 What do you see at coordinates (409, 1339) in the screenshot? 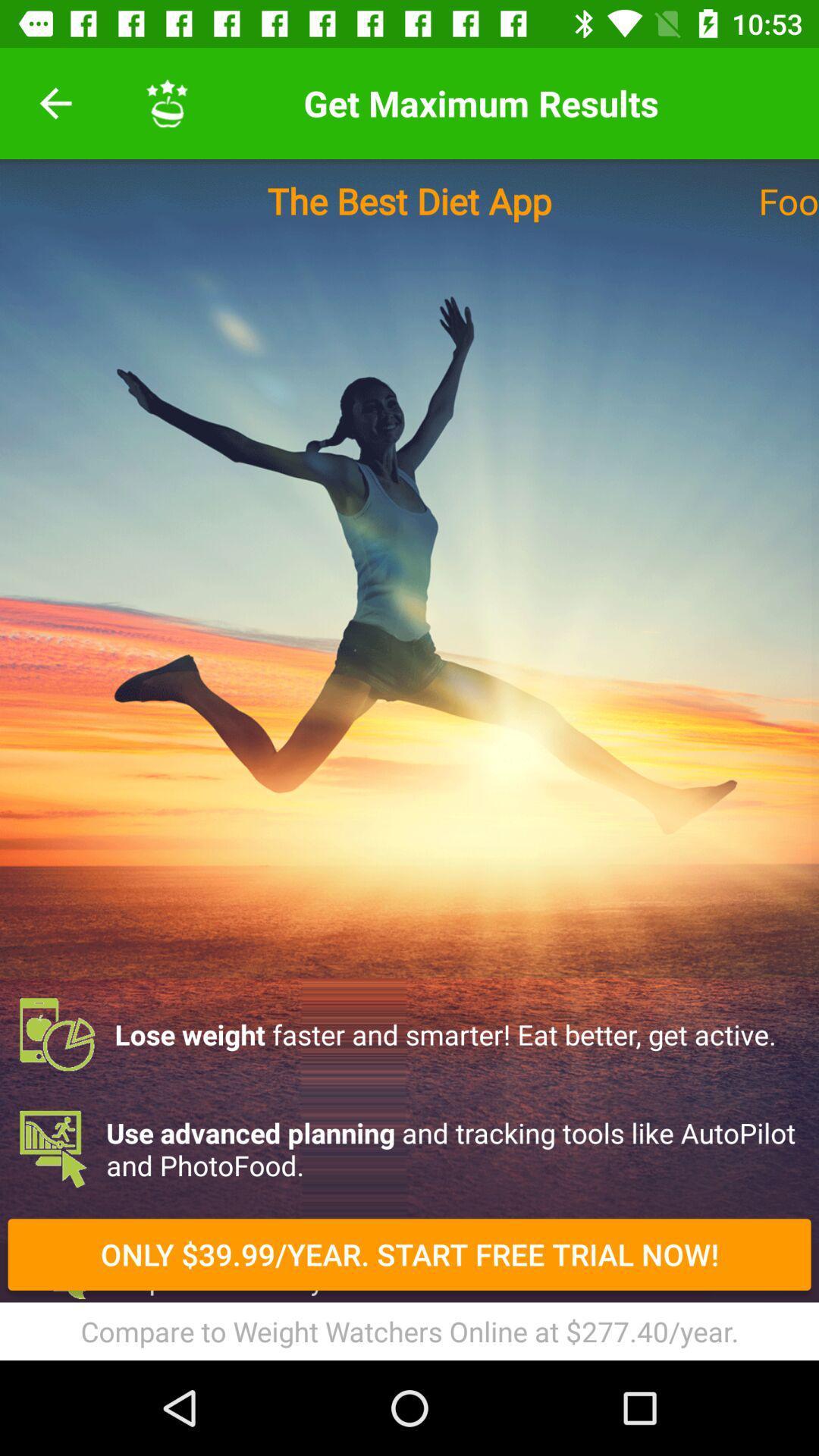
I see `link your diary icon` at bounding box center [409, 1339].